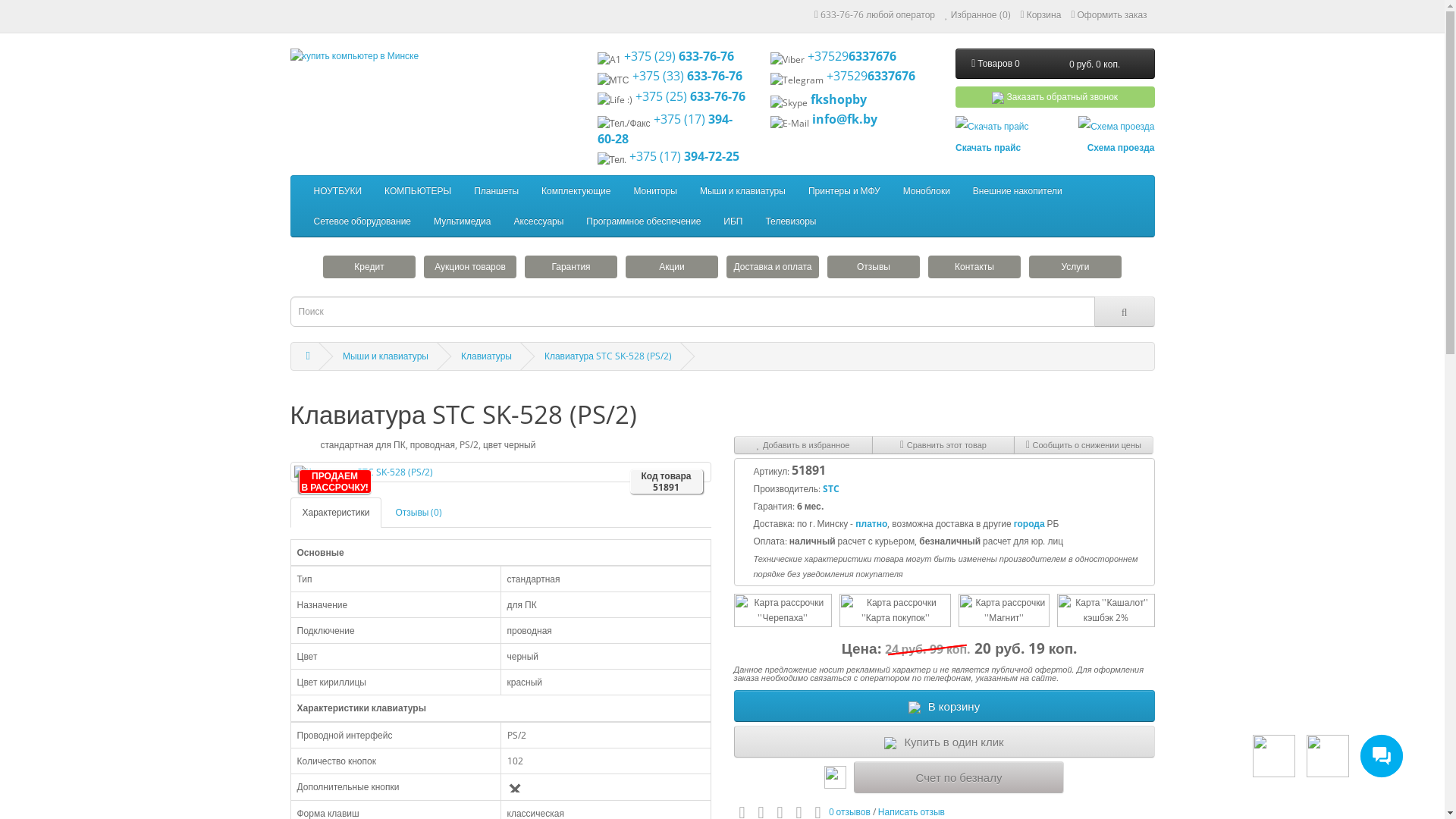 This screenshot has height=819, width=1456. What do you see at coordinates (665, 127) in the screenshot?
I see `'+375 (17) 394-60-28'` at bounding box center [665, 127].